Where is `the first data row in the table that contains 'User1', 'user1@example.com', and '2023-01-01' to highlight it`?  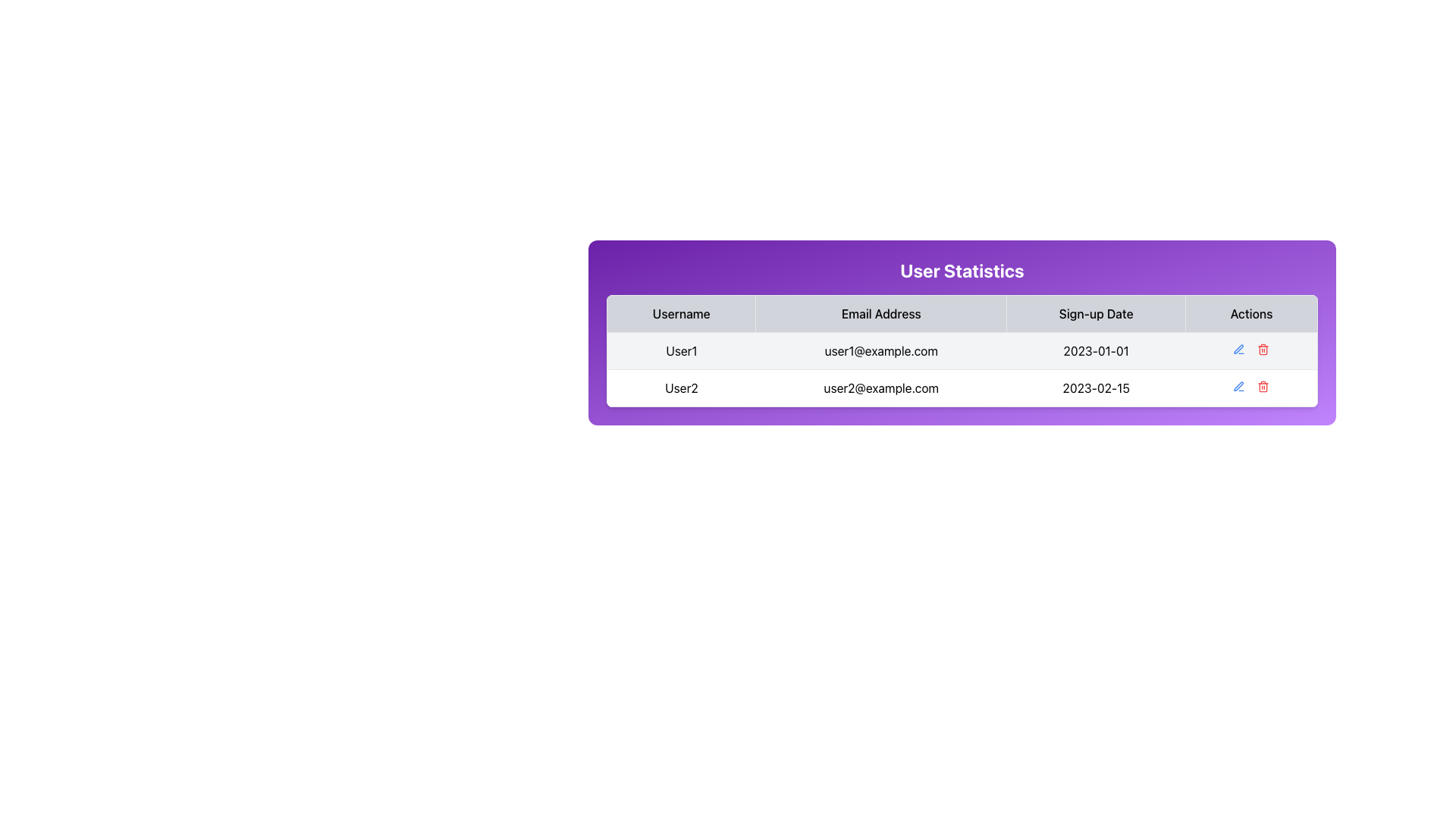 the first data row in the table that contains 'User1', 'user1@example.com', and '2023-01-01' to highlight it is located at coordinates (961, 369).